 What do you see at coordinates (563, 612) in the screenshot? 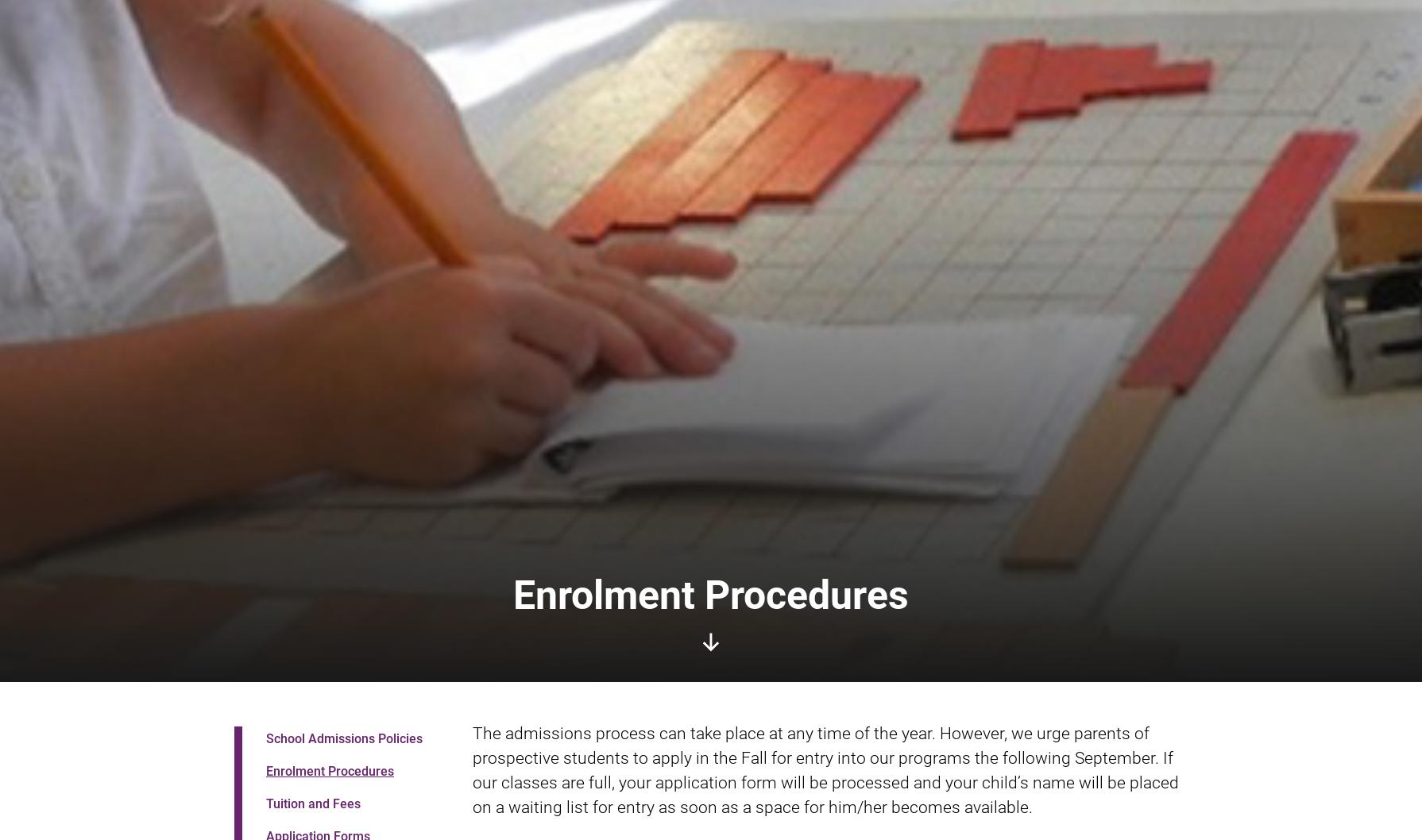
I see `'650 Lyon Street South, Ottawa, ON, K1S 3Z7'` at bounding box center [563, 612].